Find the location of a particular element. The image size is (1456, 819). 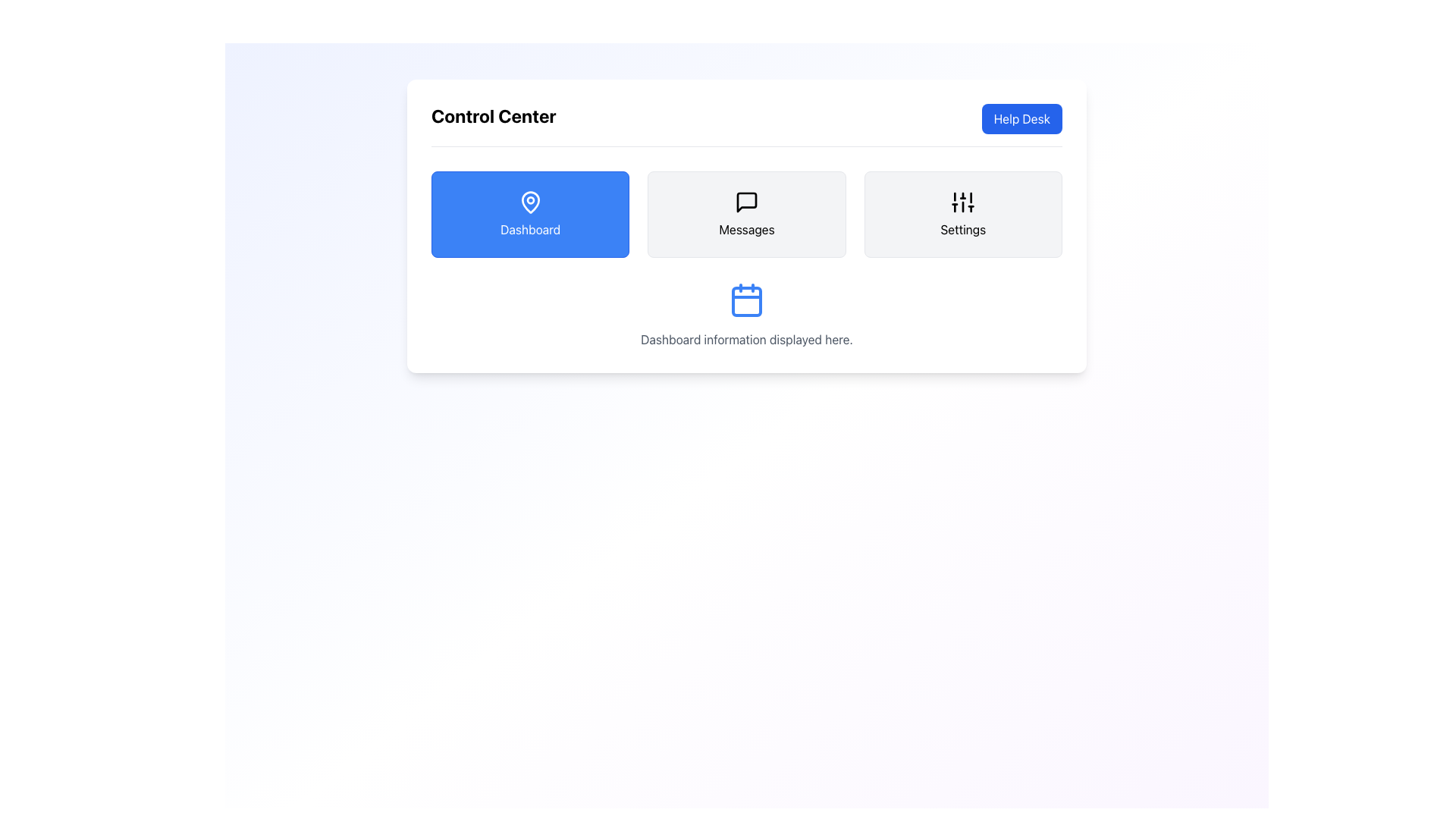

text of the label that describes the settings icon located as the third option from the left in the card is located at coordinates (962, 230).